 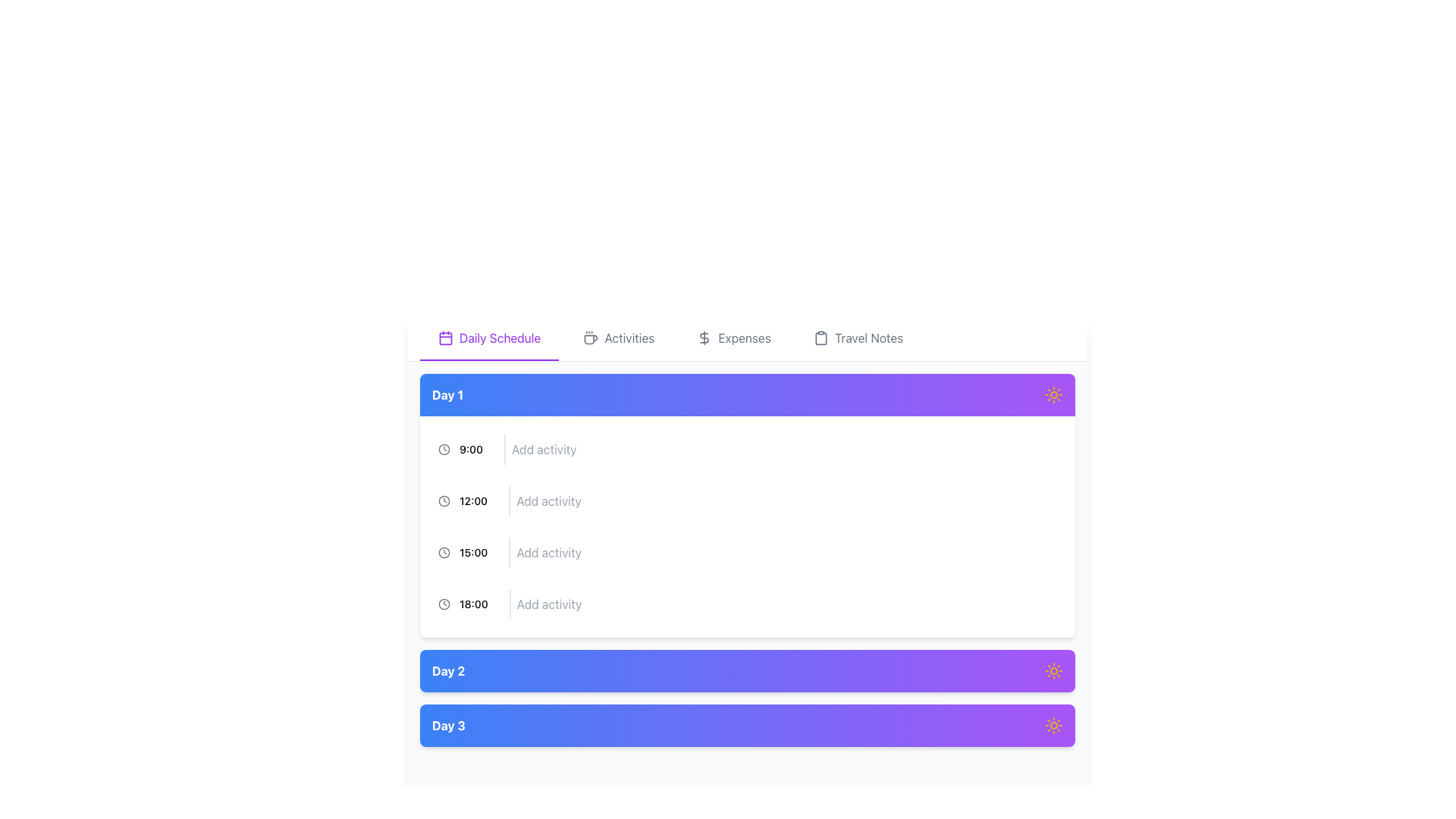 I want to click on the 'Expenses' text label in the navigation bar, so click(x=745, y=337).